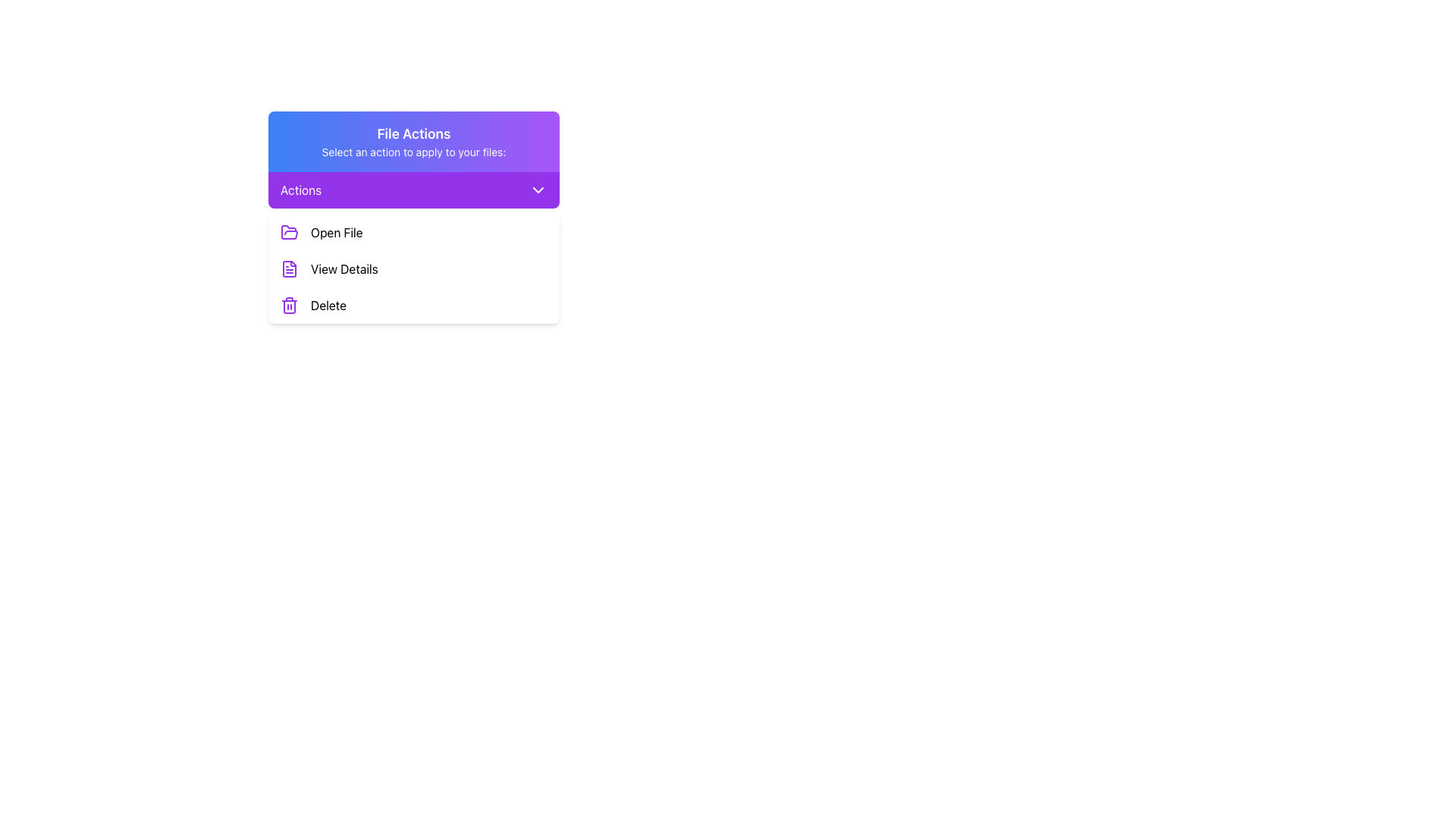 This screenshot has height=819, width=1456. What do you see at coordinates (414, 133) in the screenshot?
I see `the Text Label that serves as the title or heading for the section, positioned above the text 'Select an action to apply to your files:', located in the top gradient-colored section of the interface` at bounding box center [414, 133].